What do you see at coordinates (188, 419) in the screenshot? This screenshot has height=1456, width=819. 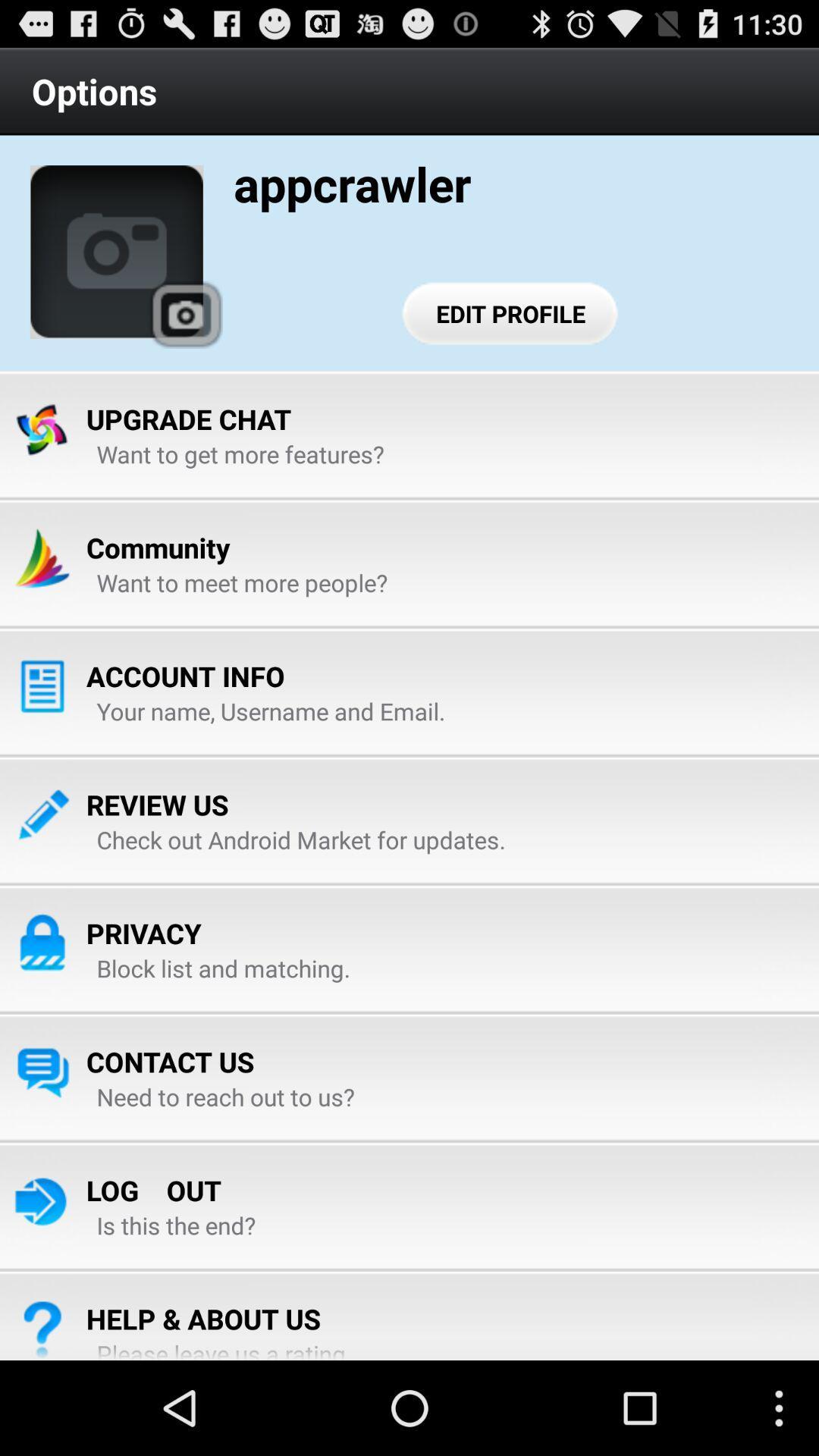 I see `the upgrade chat item` at bounding box center [188, 419].